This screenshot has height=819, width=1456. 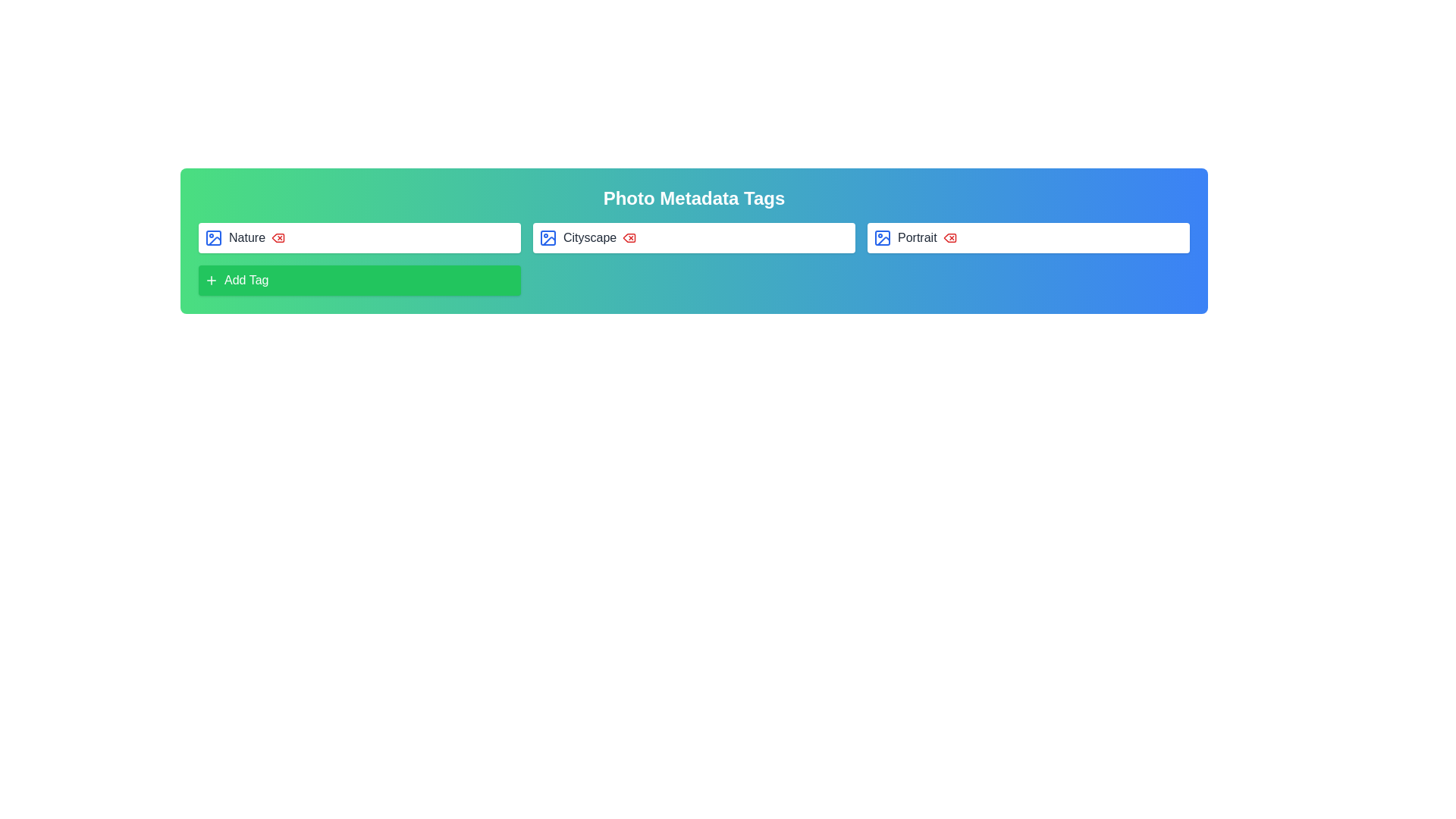 What do you see at coordinates (882, 237) in the screenshot?
I see `the first graphical sub-element of the 'Portrait' tag's icon, which is a rectangular shape with rounded corners` at bounding box center [882, 237].